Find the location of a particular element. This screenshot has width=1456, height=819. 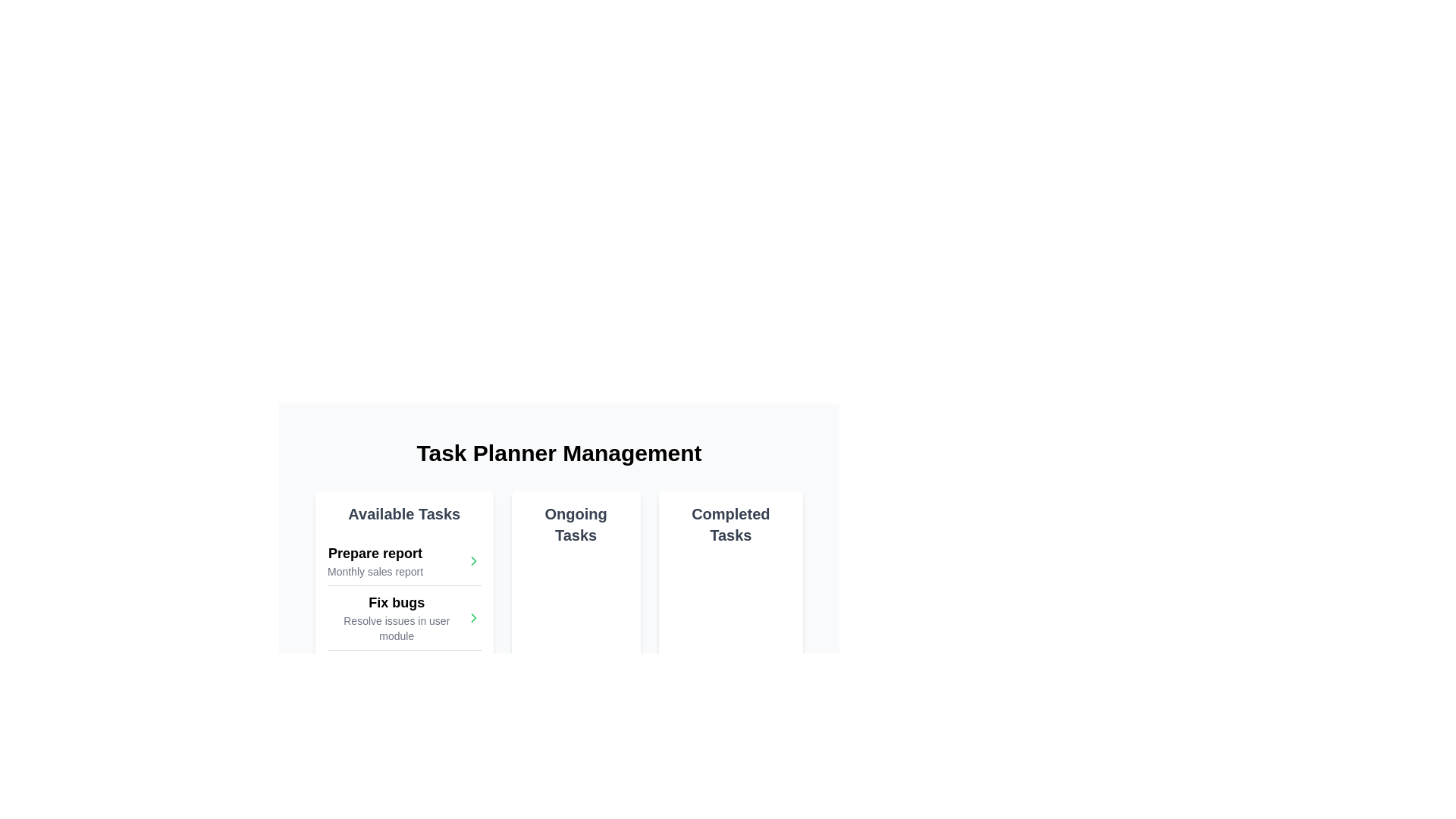

the right-pointing green arrow icon button located in the 'Prepare report' card component to initiate navigation or action is located at coordinates (472, 561).